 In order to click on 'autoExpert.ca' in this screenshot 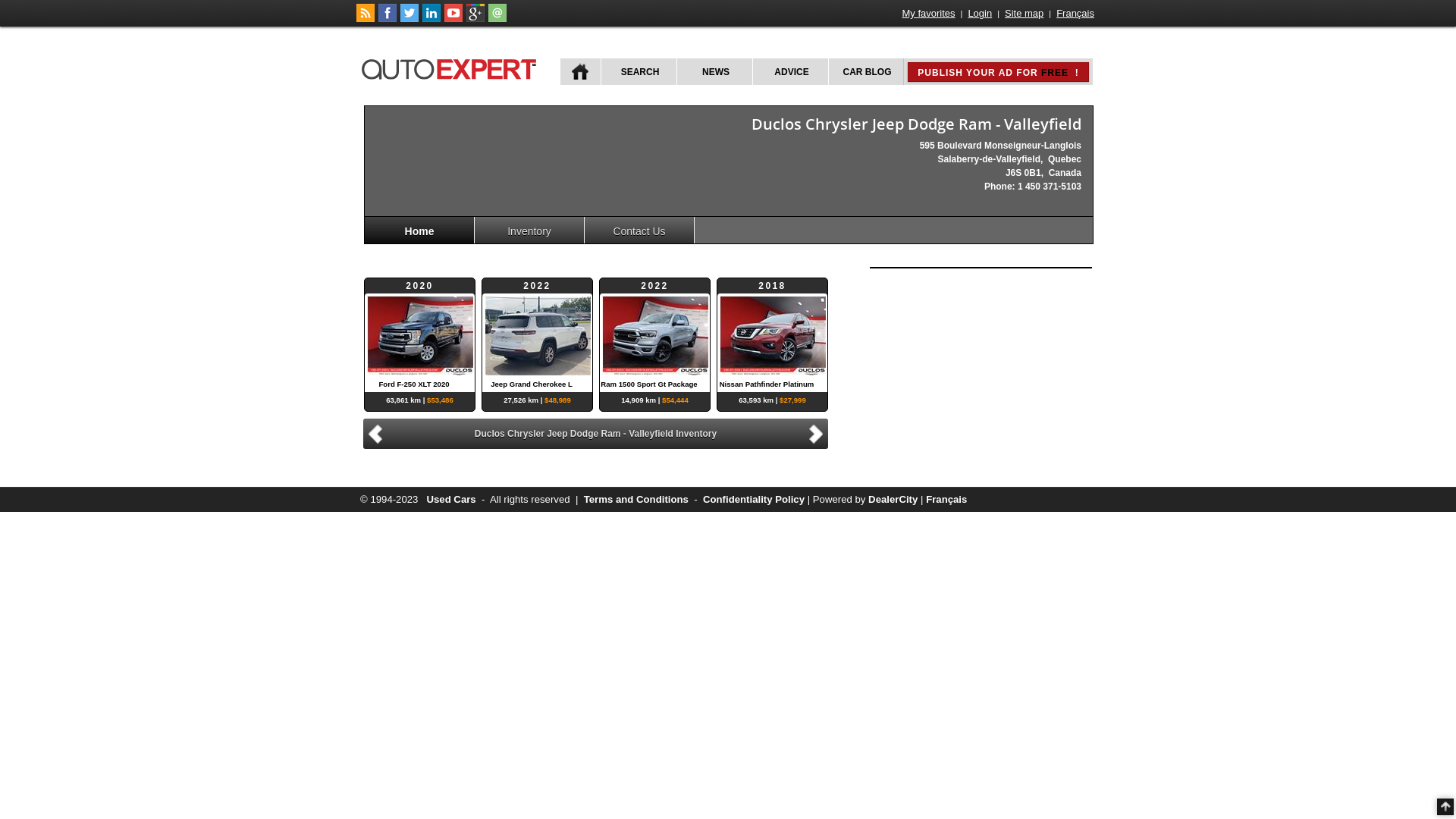, I will do `click(450, 66)`.